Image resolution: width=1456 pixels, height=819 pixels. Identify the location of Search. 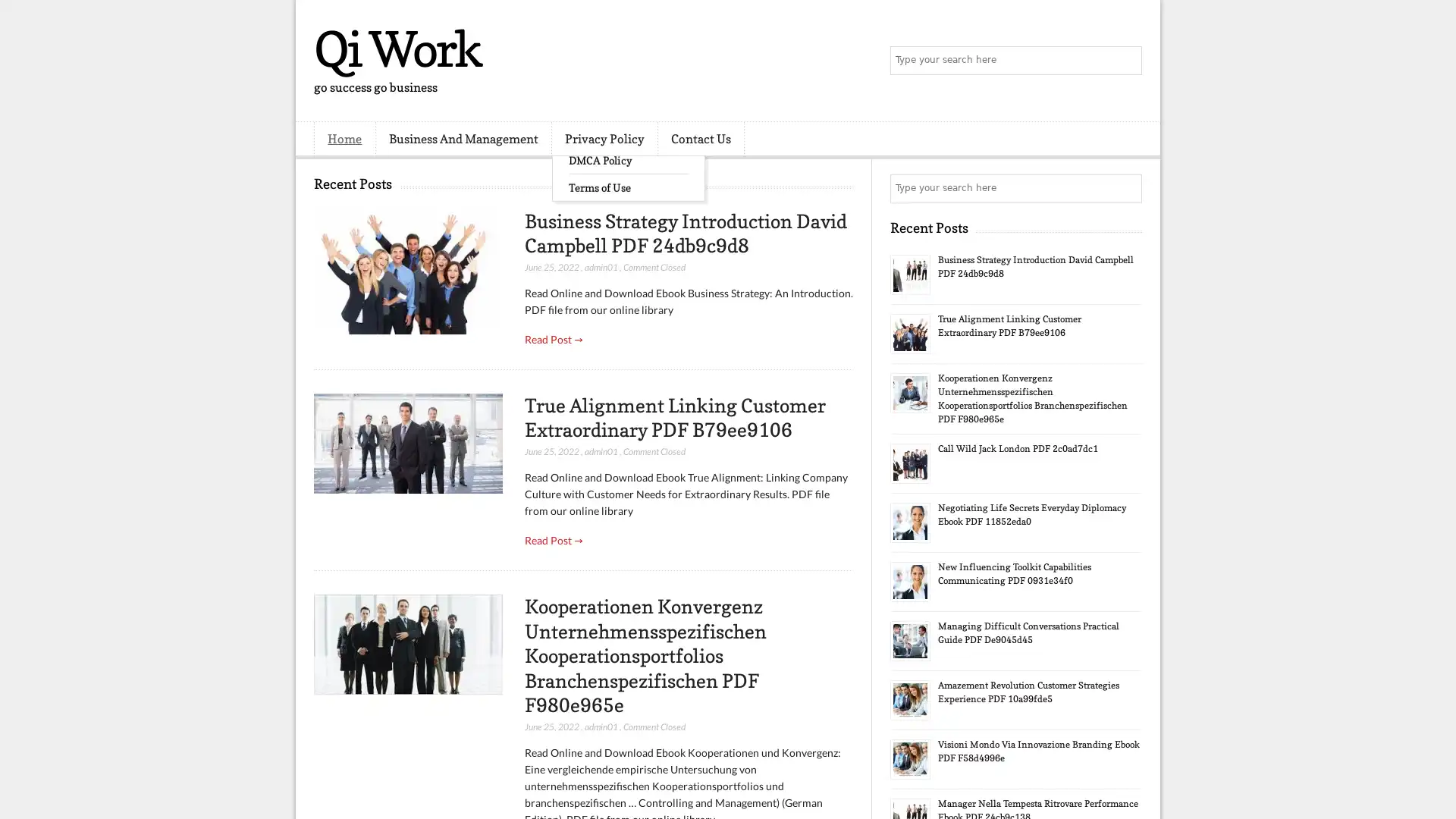
(1126, 188).